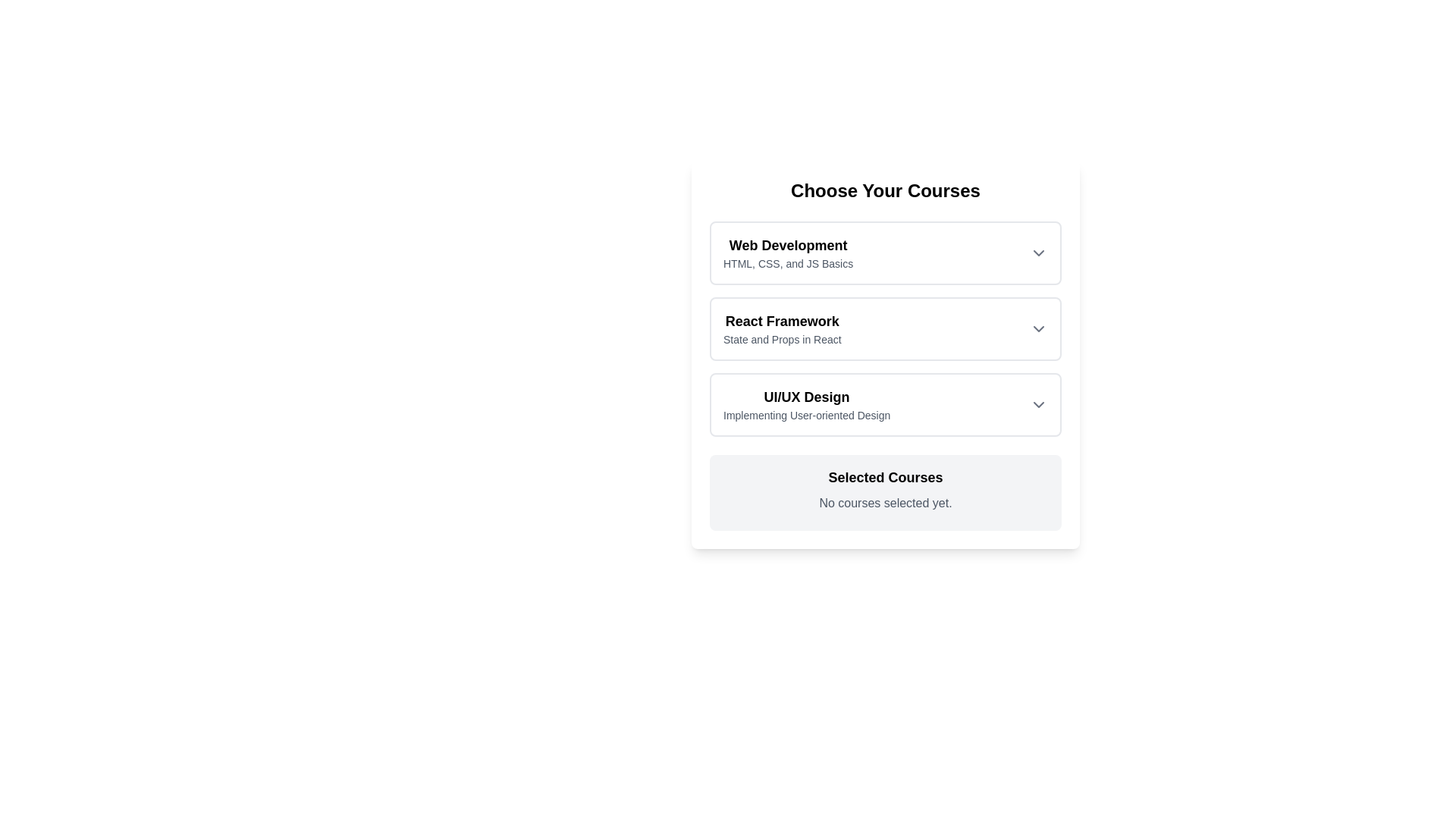 The width and height of the screenshot is (1456, 819). I want to click on the Text block that serves as the title and description for the UI/UX design course, located in the third section of the course list, between 'React Framework' and 'Selected Courses', so click(806, 403).